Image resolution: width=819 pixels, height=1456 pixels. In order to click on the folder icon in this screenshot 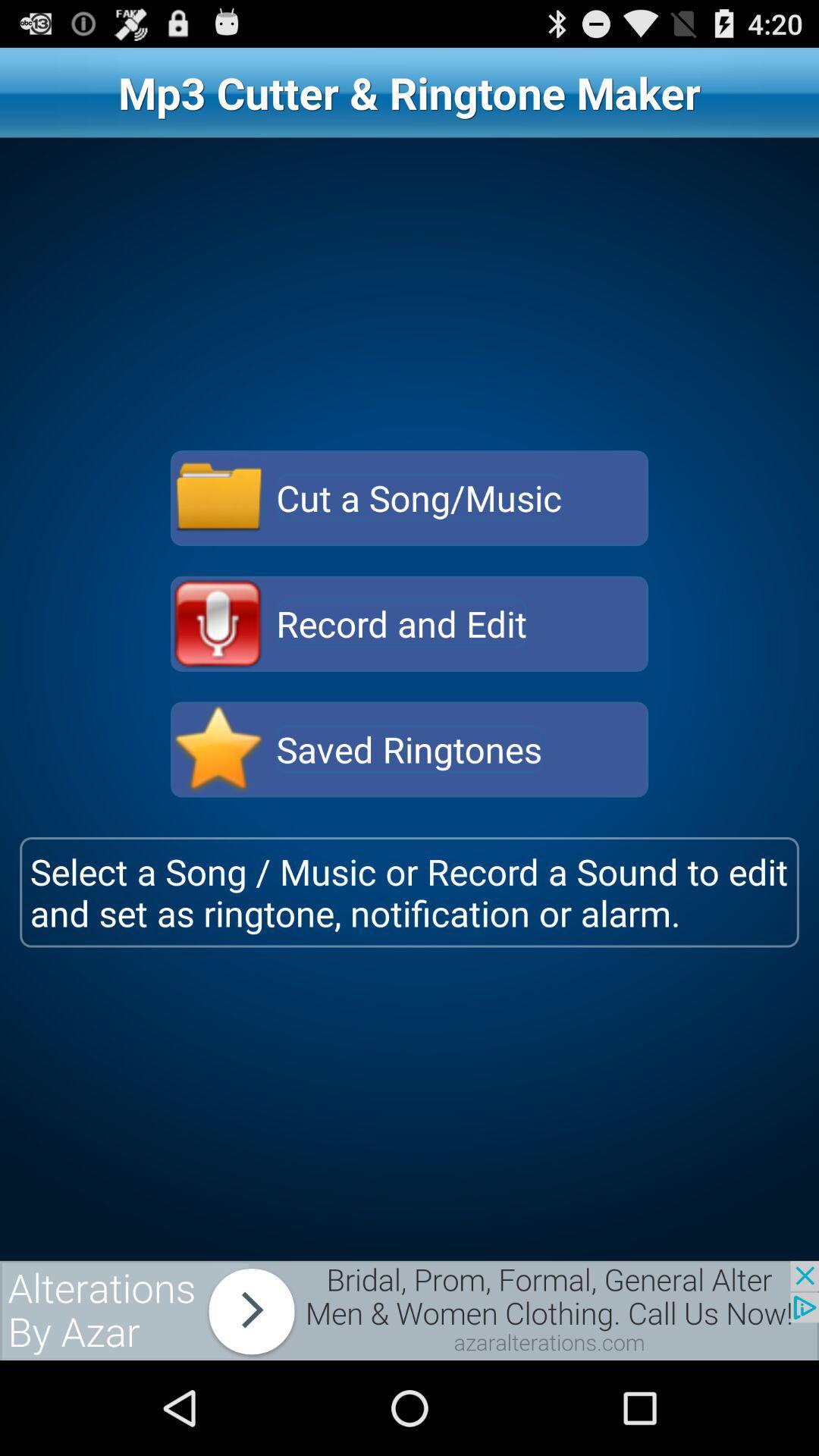, I will do `click(218, 533)`.